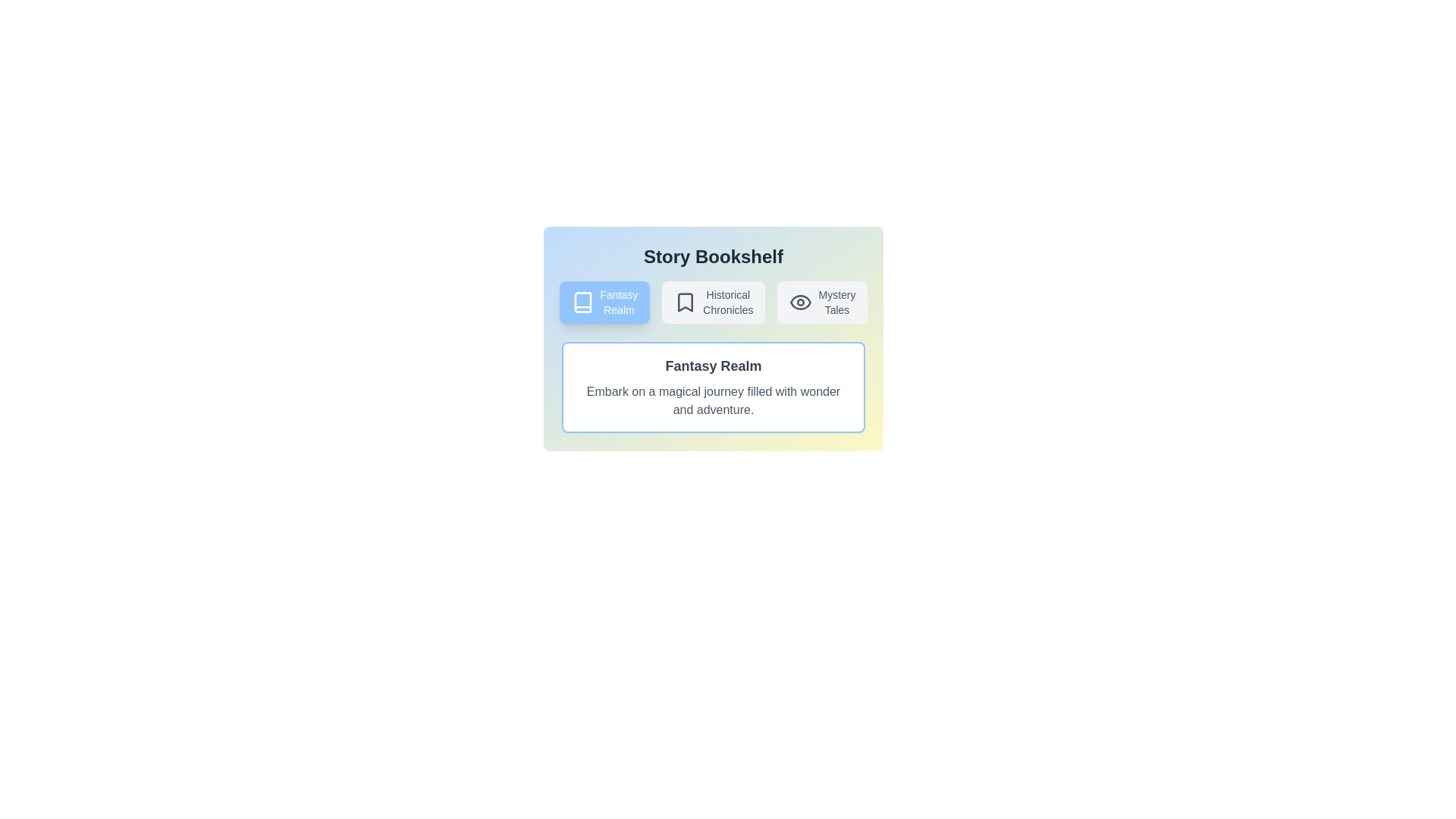  What do you see at coordinates (603, 302) in the screenshot?
I see `the story tab labeled Fantasy Realm to view its details` at bounding box center [603, 302].